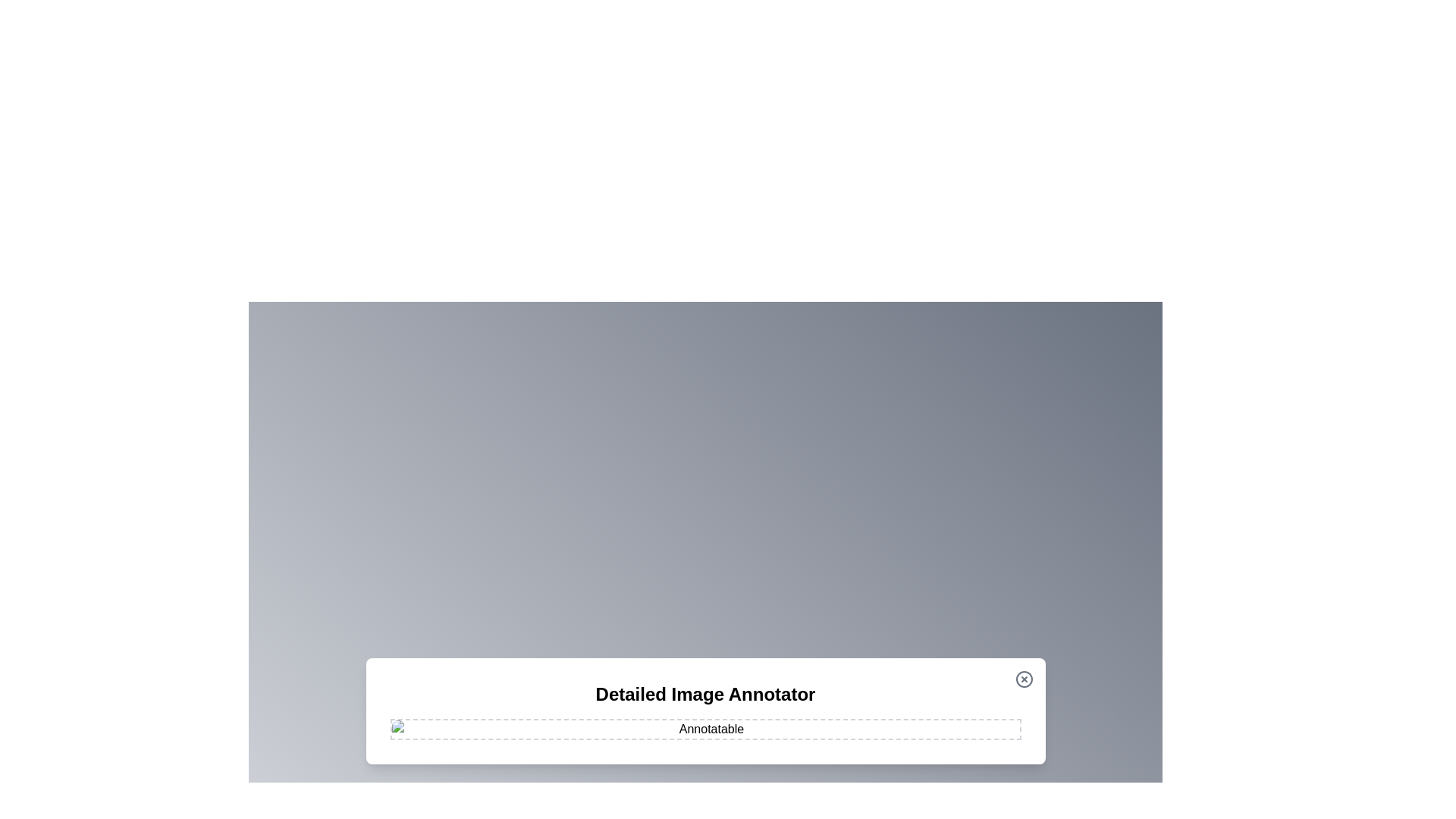 The image size is (1456, 819). Describe the element at coordinates (464, 725) in the screenshot. I see `the image at coordinates (613, 958) to add an annotation` at that location.